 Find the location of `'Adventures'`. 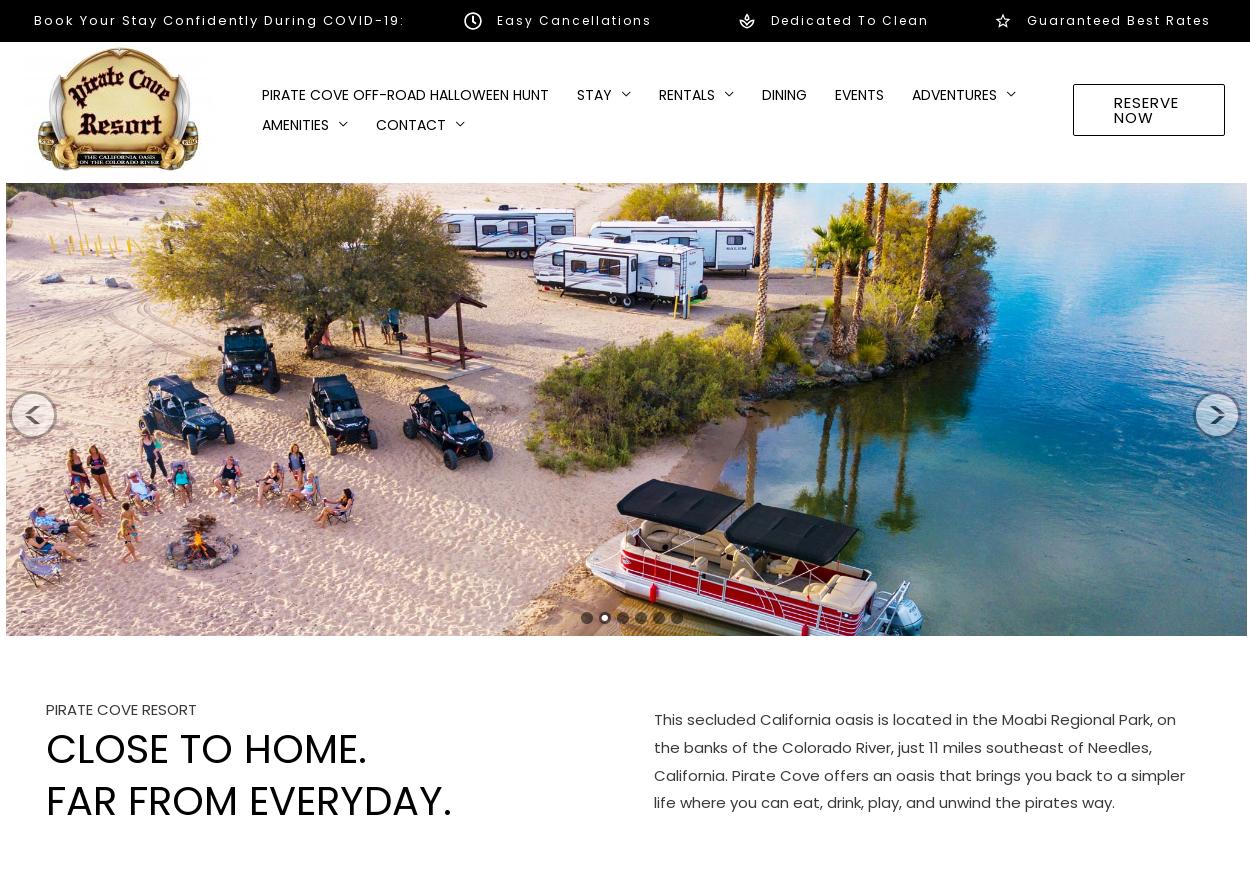

'Adventures' is located at coordinates (953, 92).